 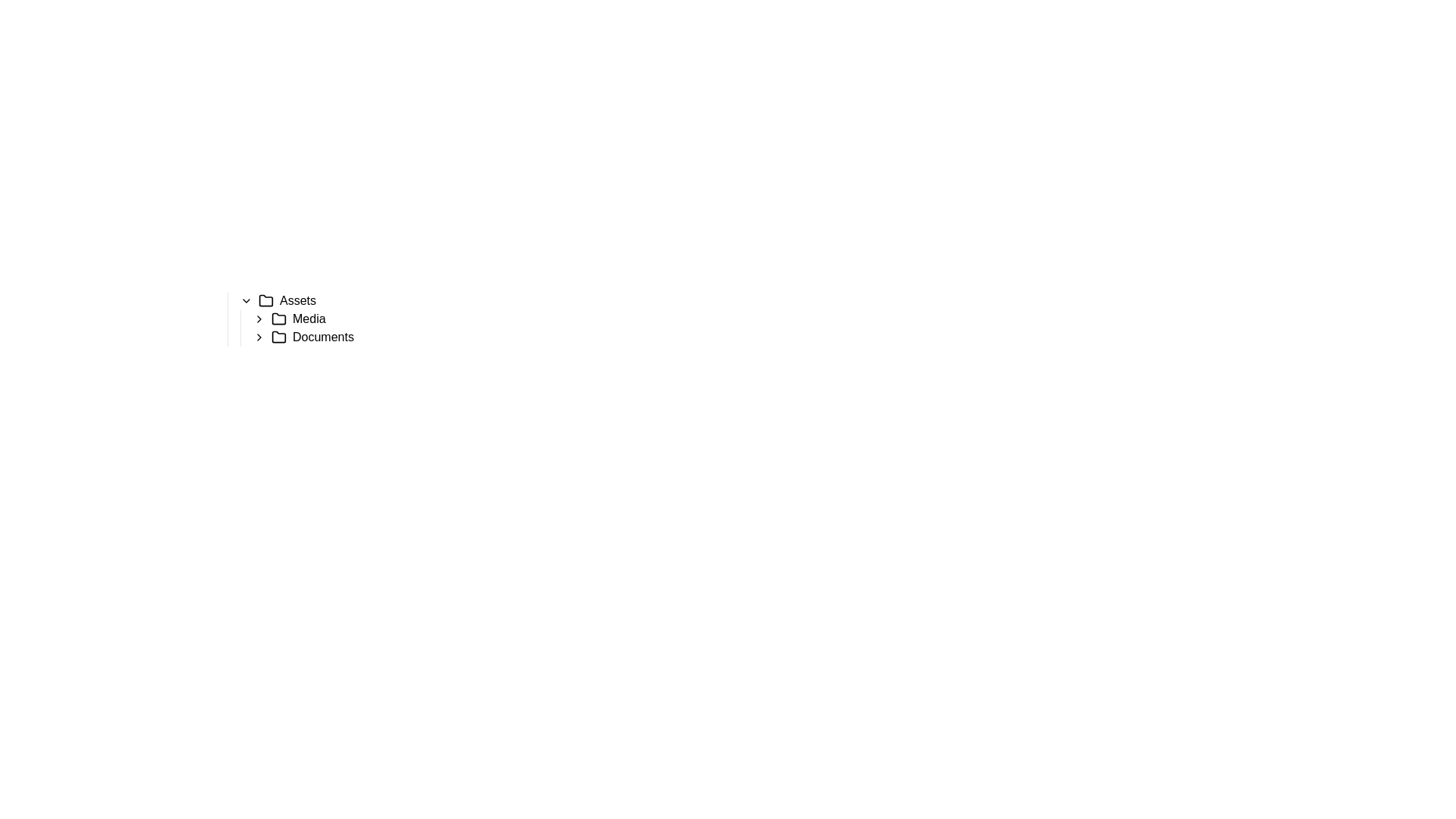 I want to click on the right-pointing chevron icon located to the left of the 'Documents' label, so click(x=259, y=336).